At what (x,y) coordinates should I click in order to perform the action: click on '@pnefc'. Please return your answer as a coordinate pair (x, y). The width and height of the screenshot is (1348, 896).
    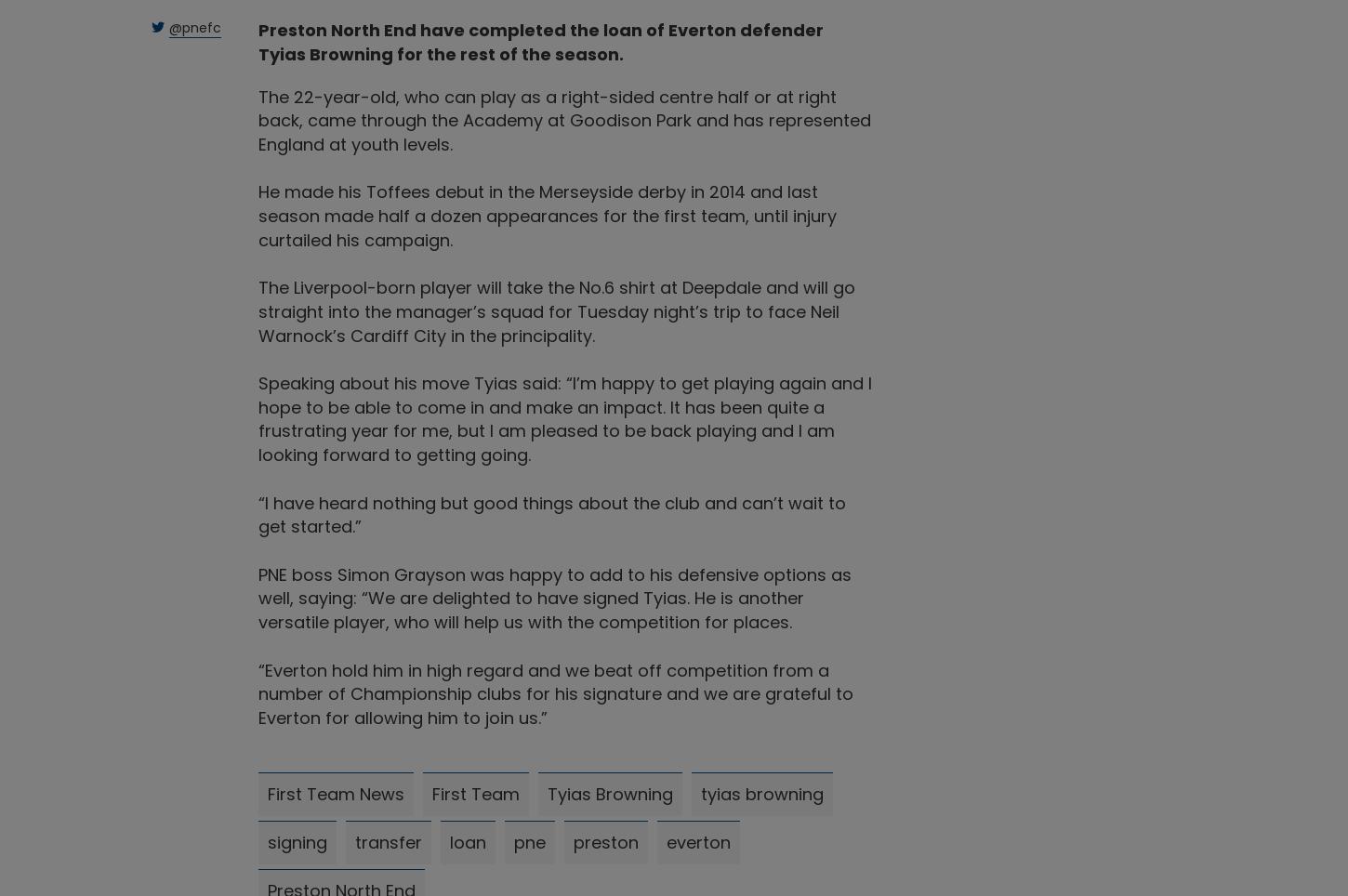
    Looking at the image, I should click on (193, 26).